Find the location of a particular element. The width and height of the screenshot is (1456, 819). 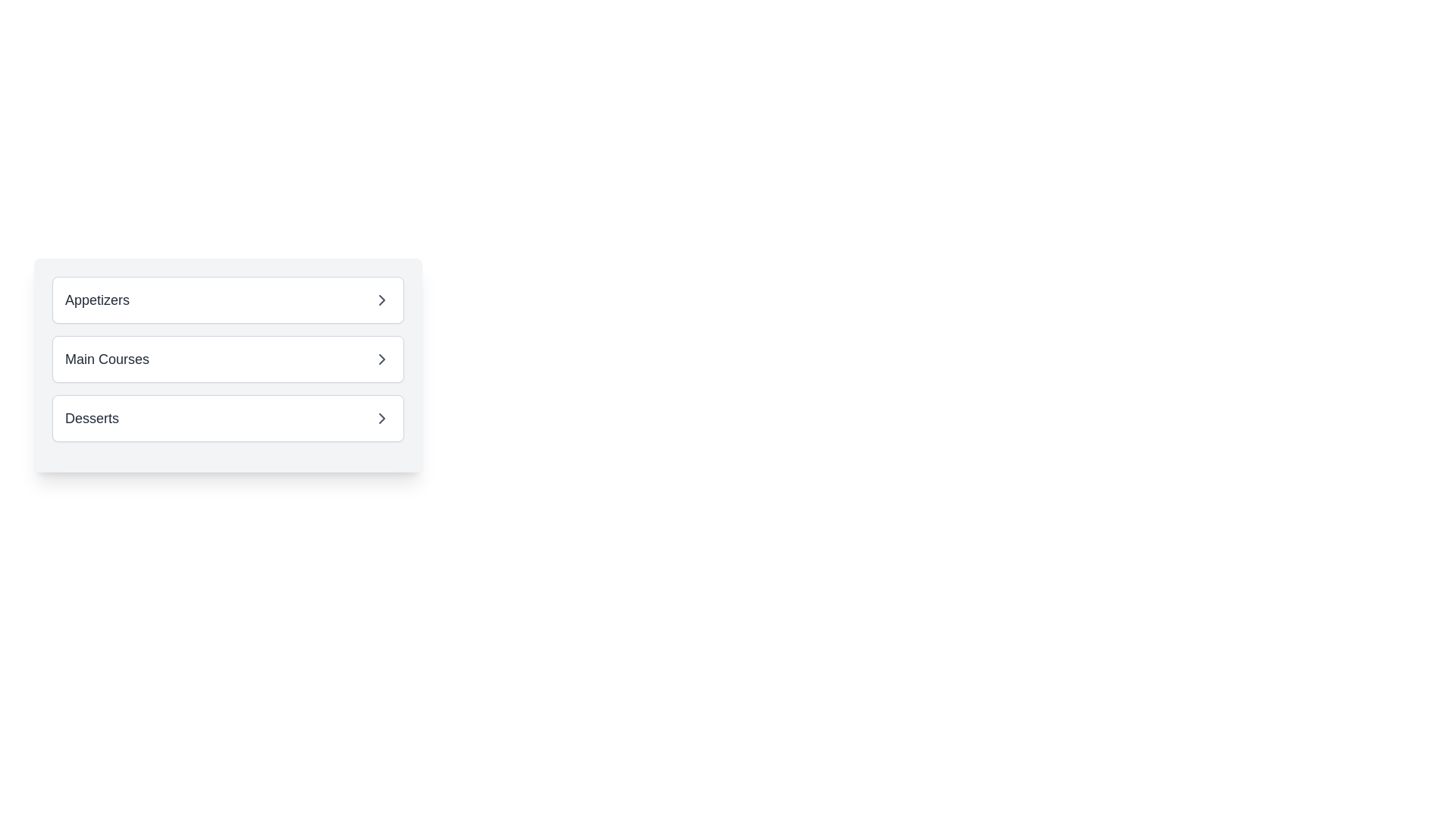

the Chevron icon located to the far right of the 'Appetizers' list item in the vertical menu is located at coordinates (382, 300).